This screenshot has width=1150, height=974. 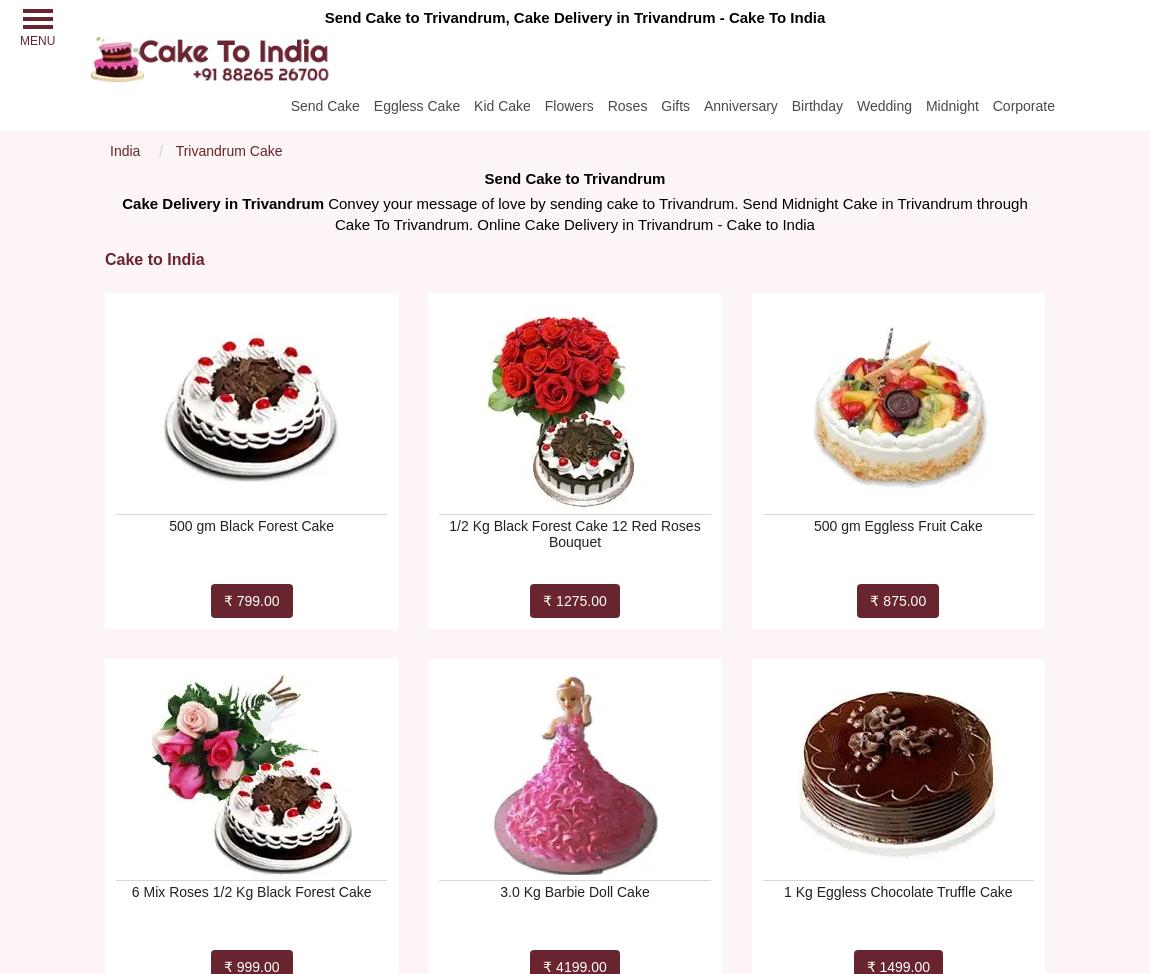 What do you see at coordinates (782, 891) in the screenshot?
I see `'1 Kg Eggless Chocolate Truffle Cake'` at bounding box center [782, 891].